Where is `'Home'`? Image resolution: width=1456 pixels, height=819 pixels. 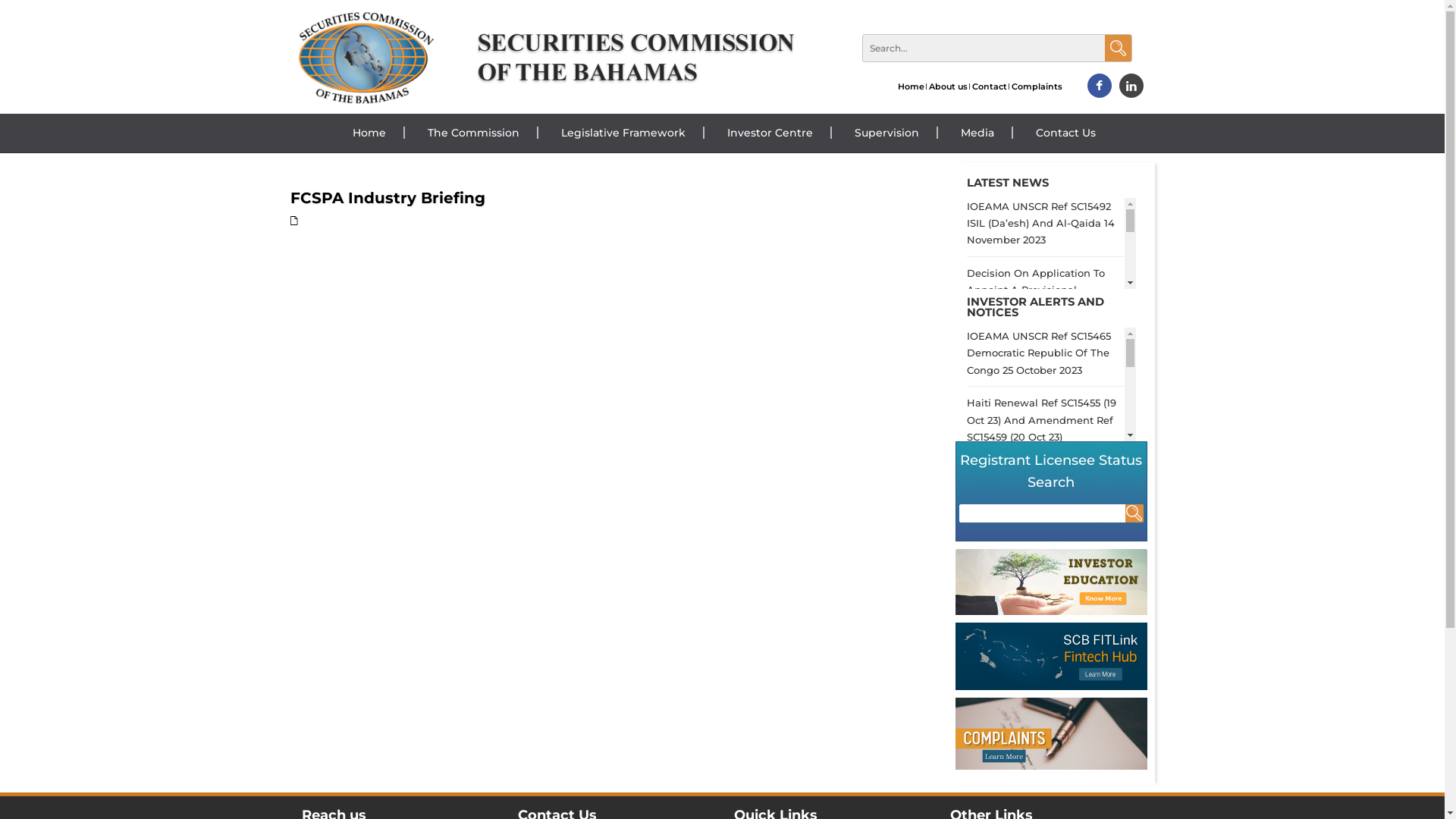 'Home' is located at coordinates (333, 132).